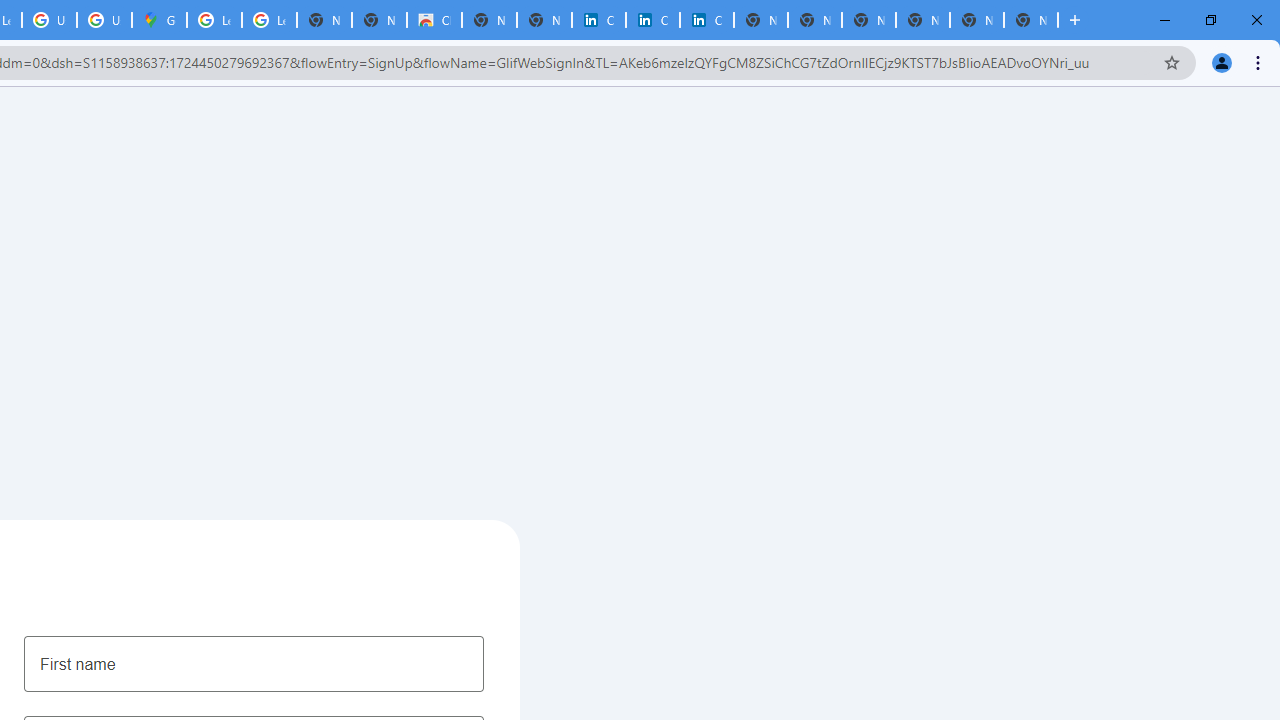 The height and width of the screenshot is (720, 1280). Describe the element at coordinates (253, 663) in the screenshot. I see `'First name'` at that location.